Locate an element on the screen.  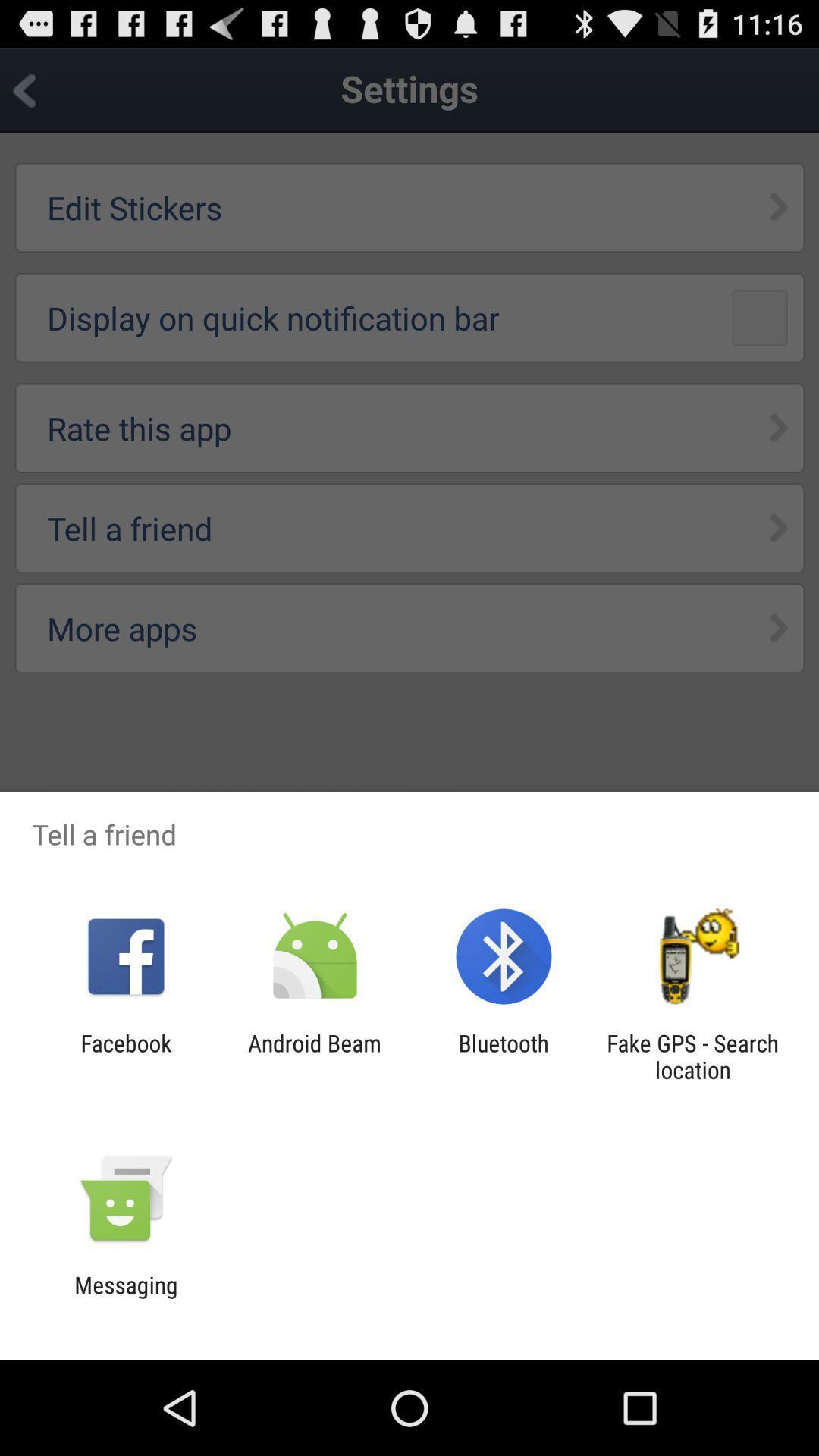
the bluetooth app is located at coordinates (504, 1056).